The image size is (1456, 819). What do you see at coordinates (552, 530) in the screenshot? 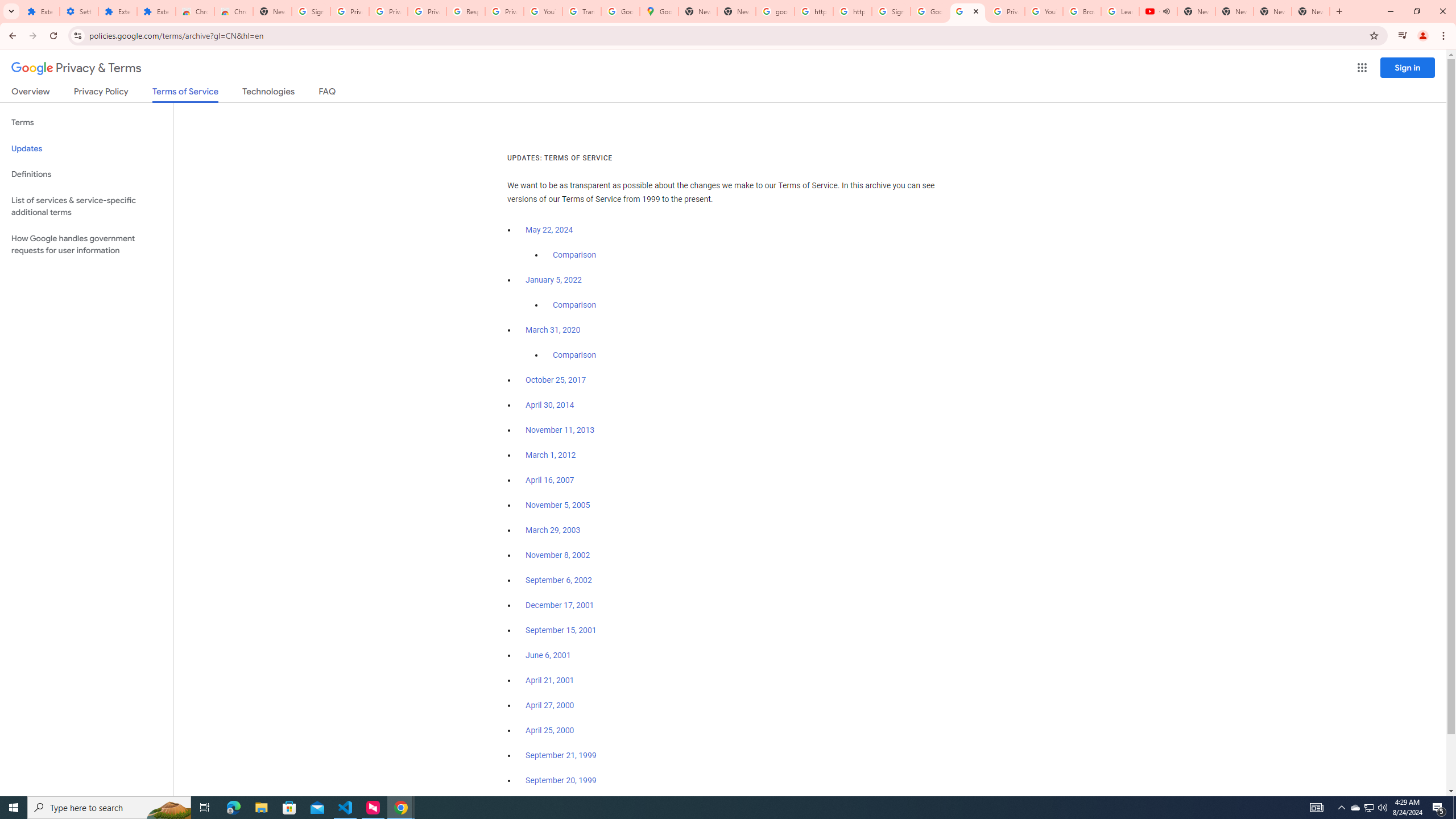
I see `'March 29, 2003'` at bounding box center [552, 530].